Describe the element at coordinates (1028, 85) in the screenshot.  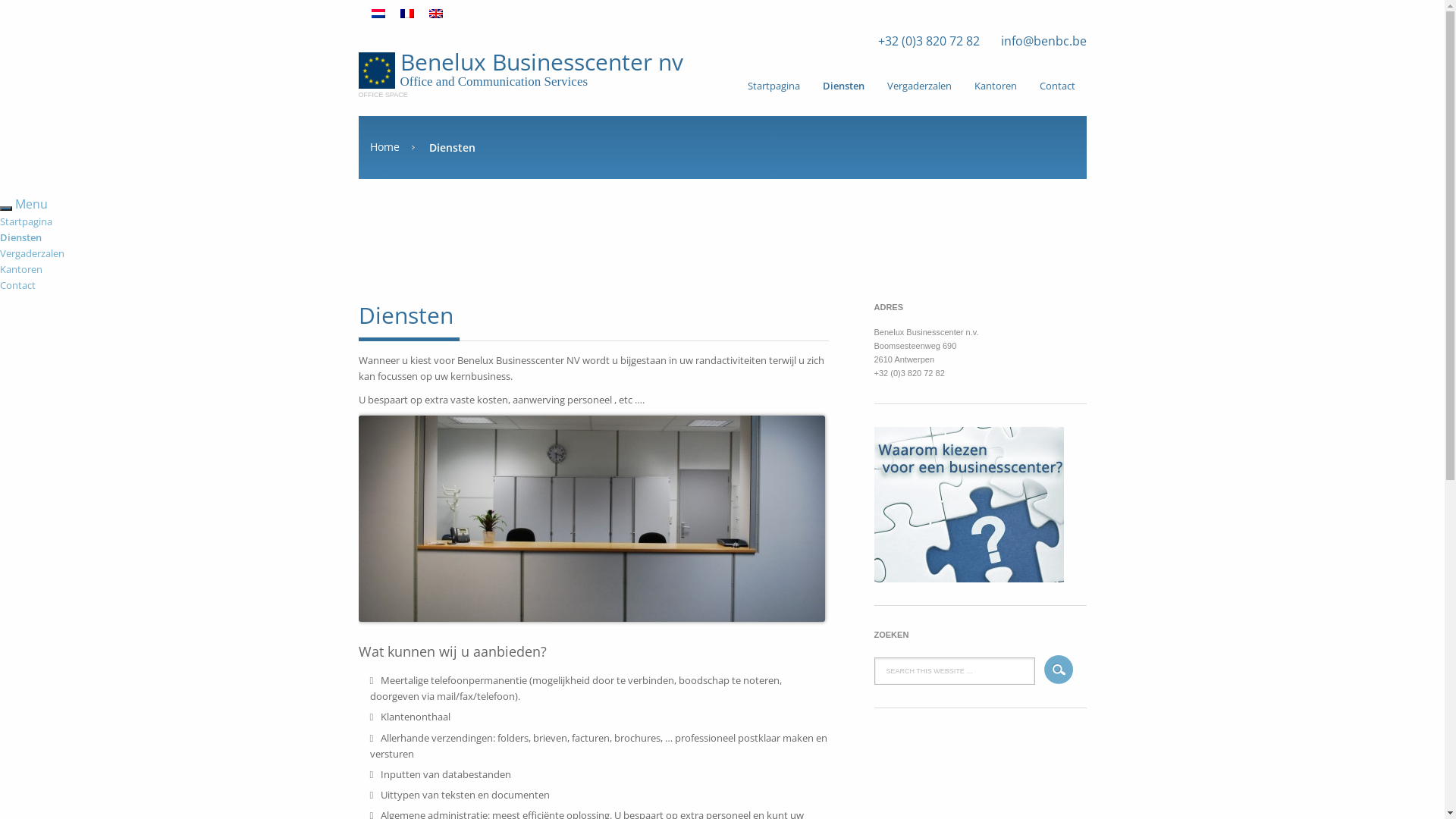
I see `'Contact'` at that location.